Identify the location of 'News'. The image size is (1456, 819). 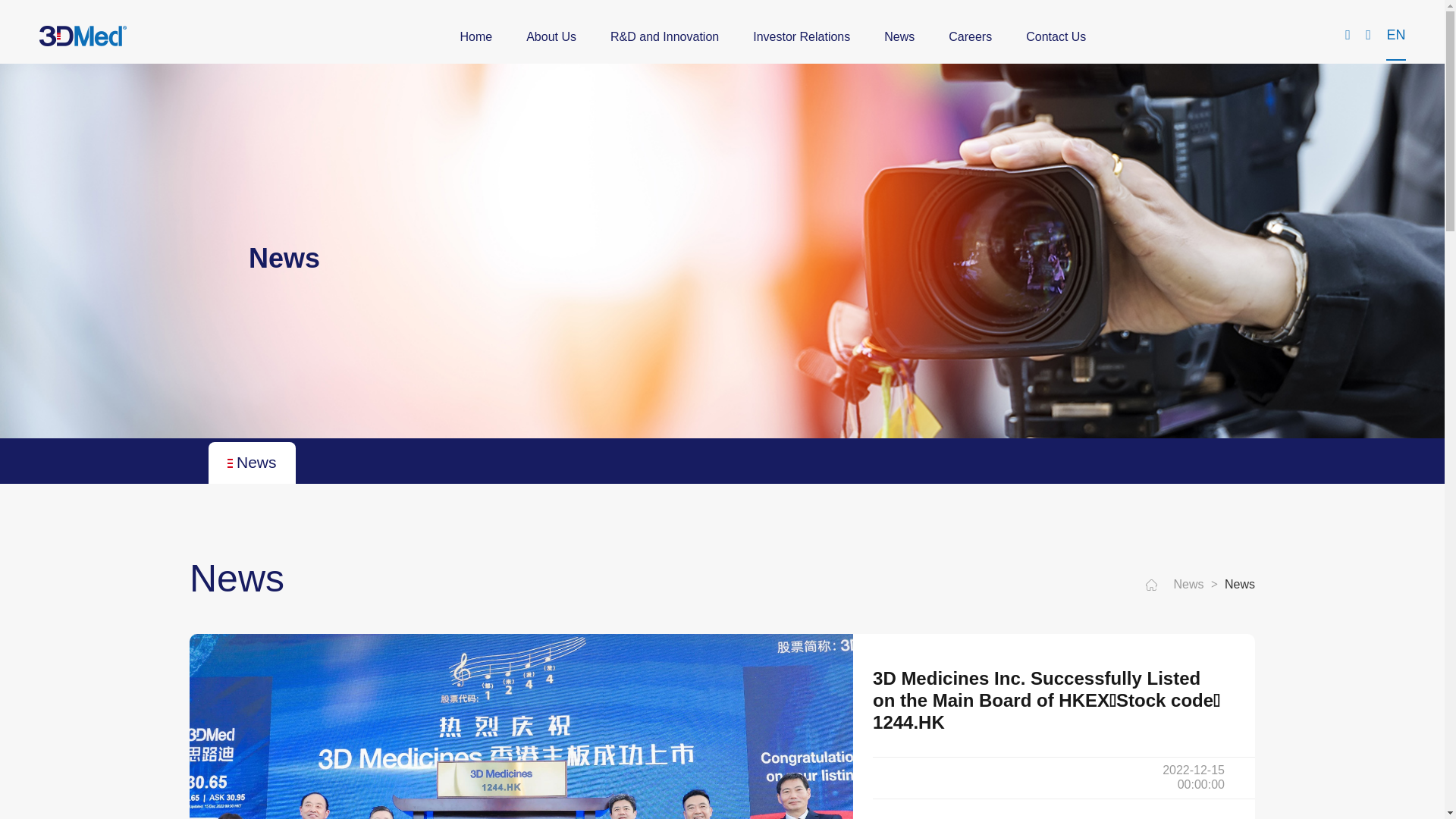
(899, 36).